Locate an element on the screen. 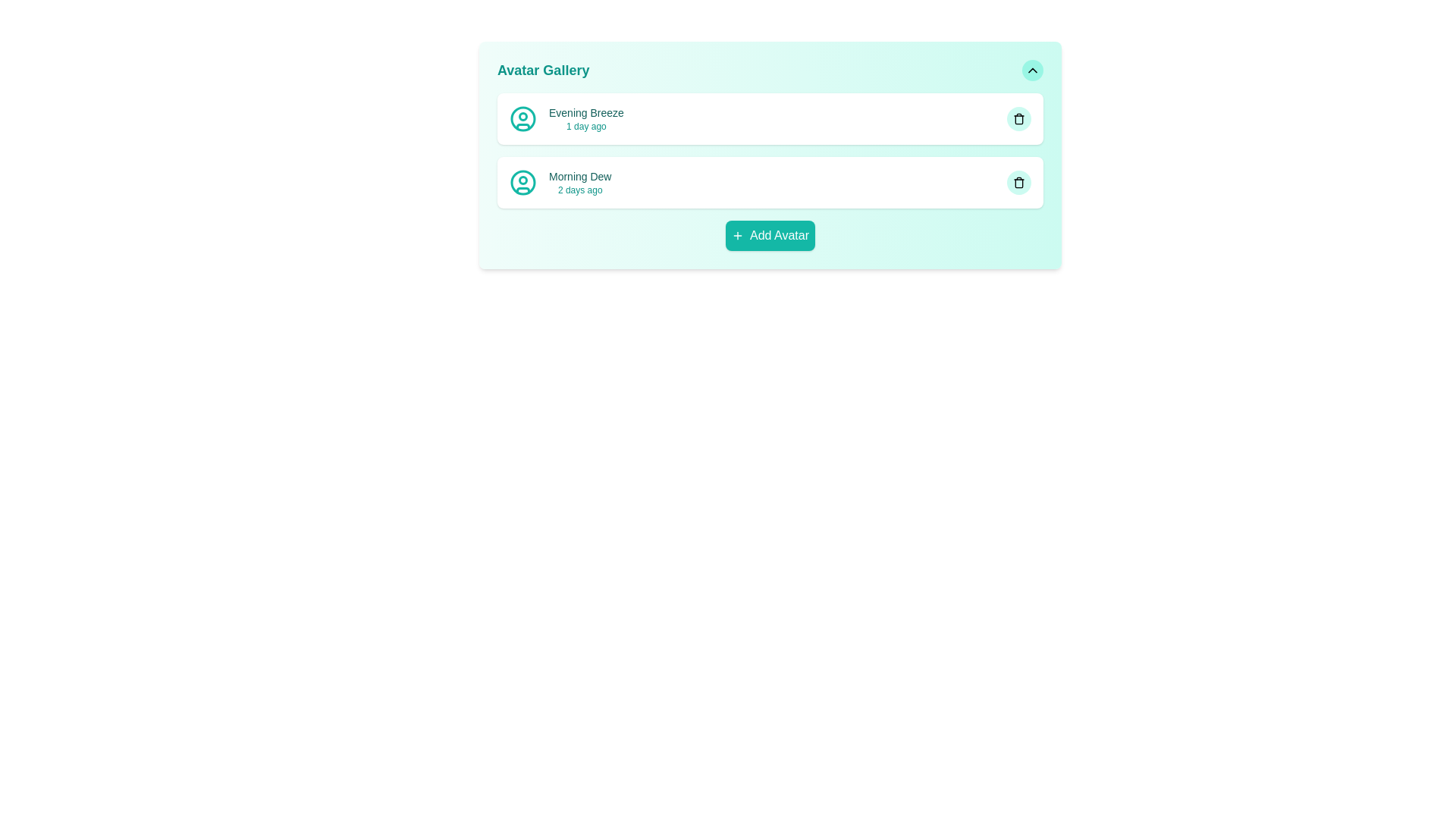 Image resolution: width=1456 pixels, height=819 pixels. the teal text label that says '2 days ago', located below 'Morning Dew' in the second card of the 'Avatar Gallery' section is located at coordinates (579, 189).